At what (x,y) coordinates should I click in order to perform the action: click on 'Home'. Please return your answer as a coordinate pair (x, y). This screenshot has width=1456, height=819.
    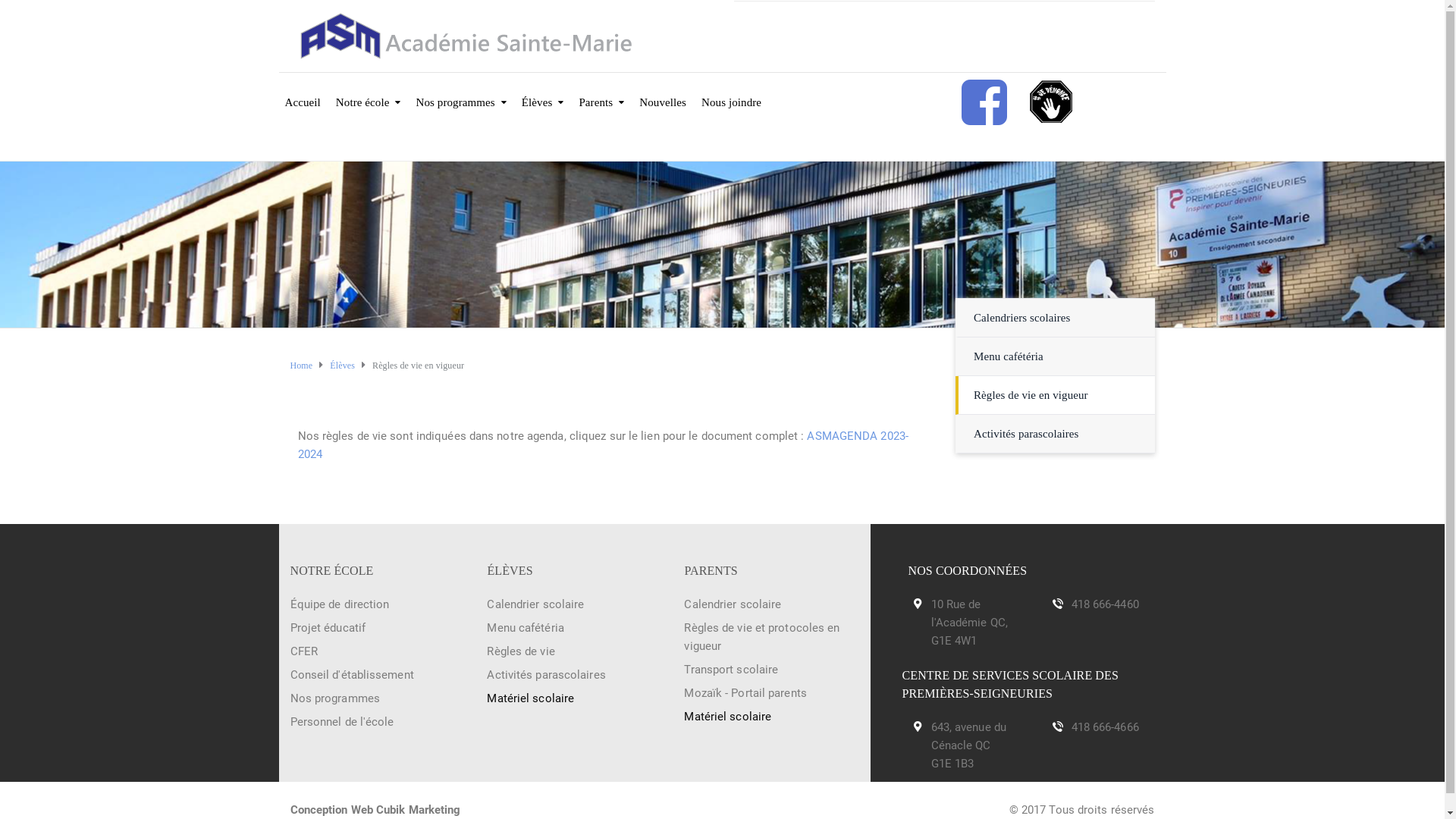
    Looking at the image, I should click on (301, 366).